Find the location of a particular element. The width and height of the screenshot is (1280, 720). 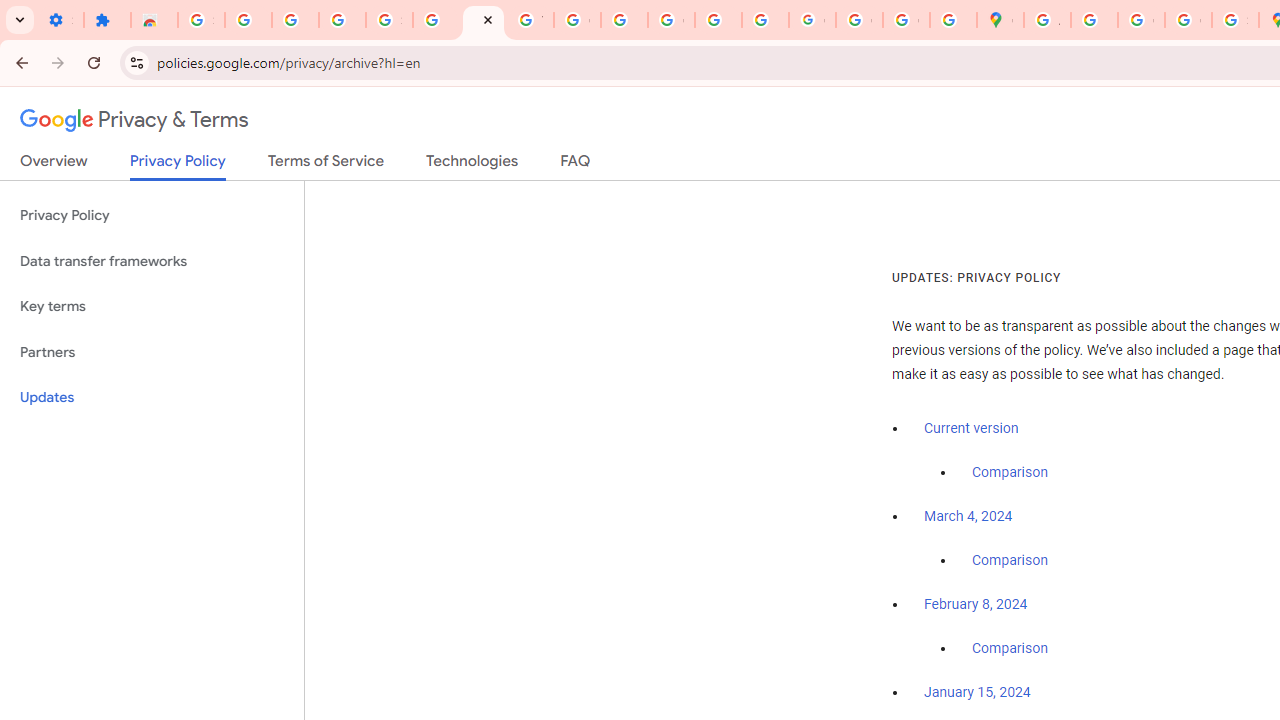

'Sign in - Google Accounts' is located at coordinates (201, 20).